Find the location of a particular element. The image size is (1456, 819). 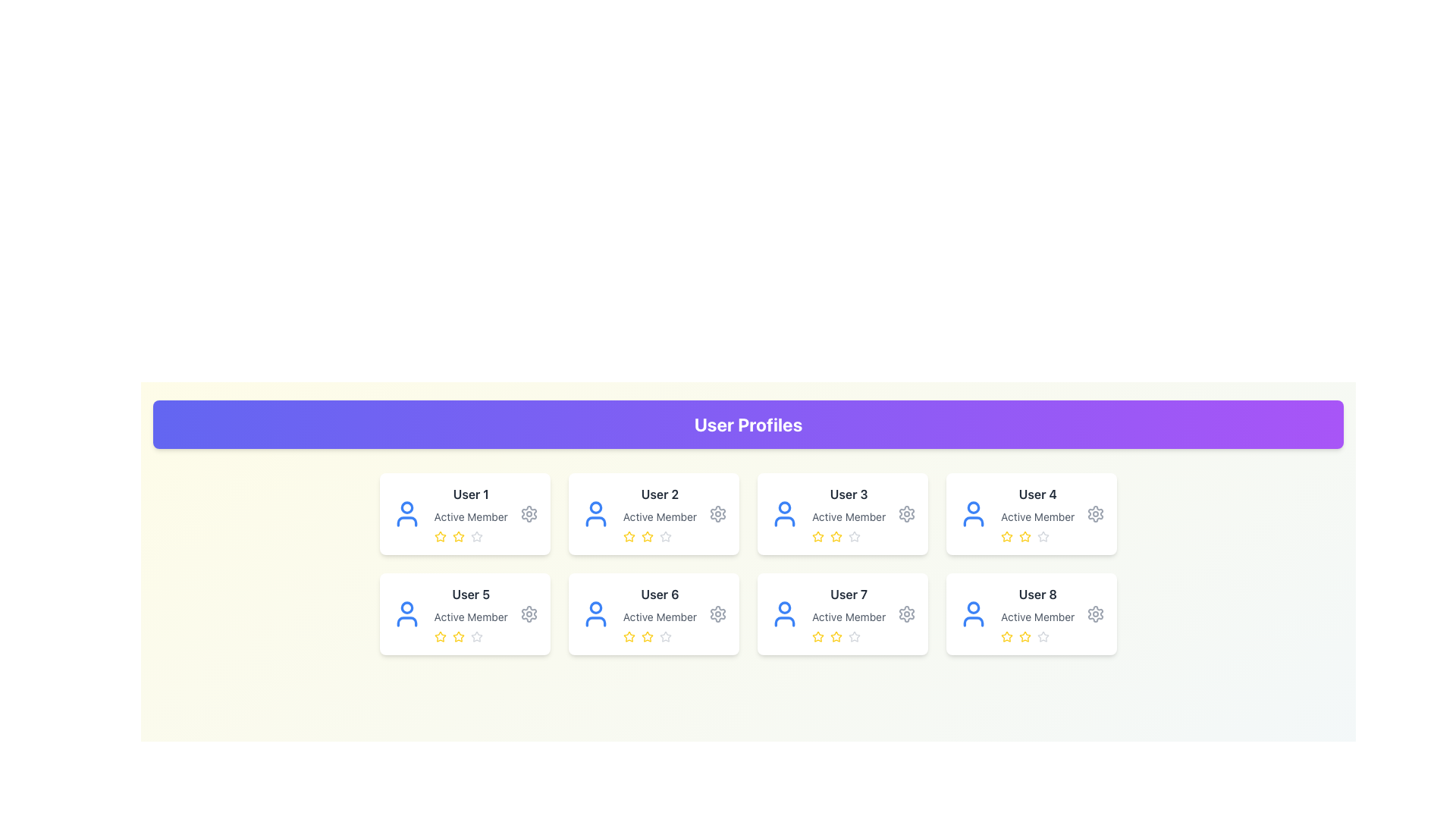

'Active Member' label located centrally in the card for 'User 1', positioned below the username and above the star rating component is located at coordinates (470, 516).